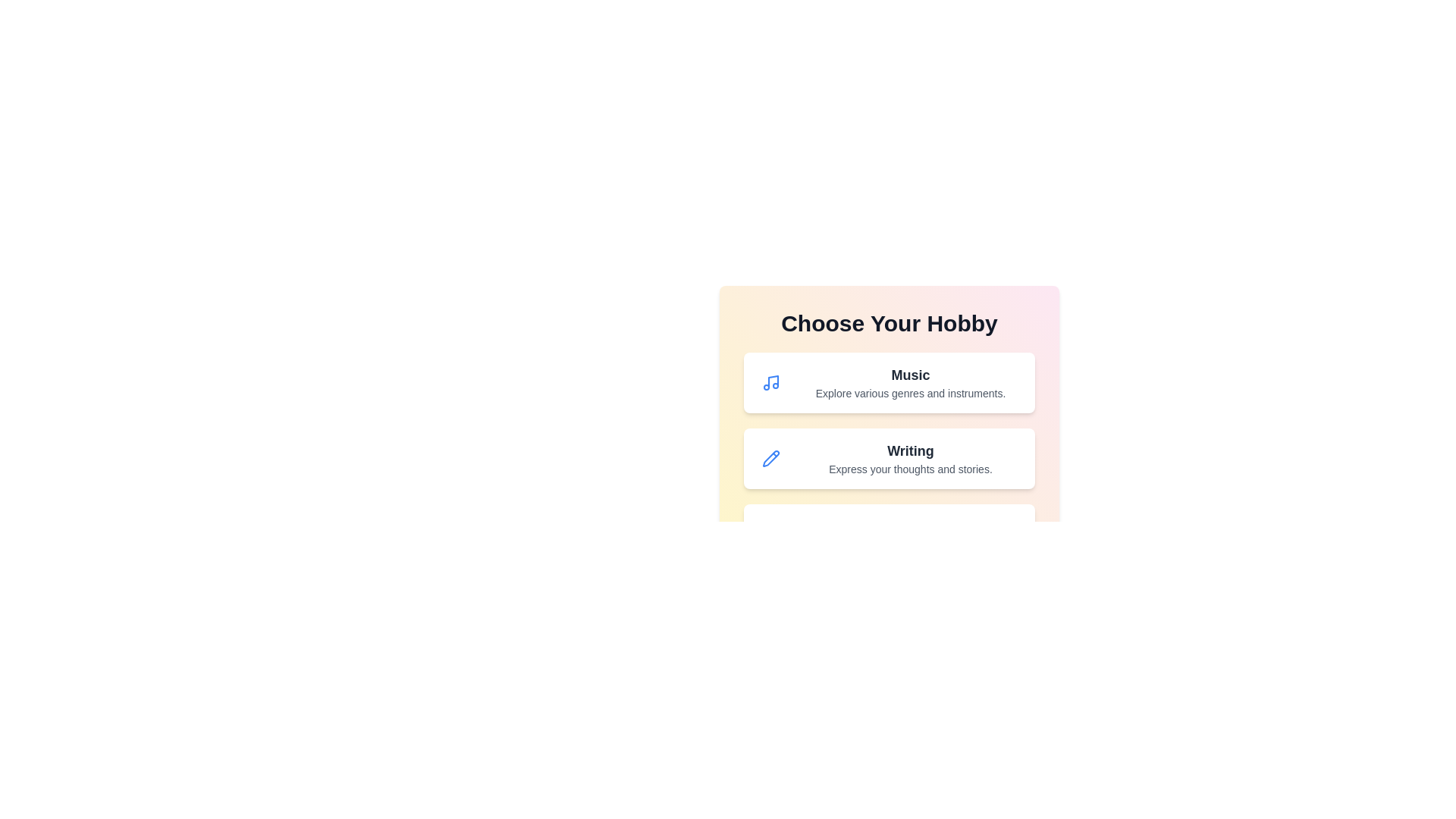  What do you see at coordinates (771, 382) in the screenshot?
I see `the icon corresponding to Music to inspect its design` at bounding box center [771, 382].